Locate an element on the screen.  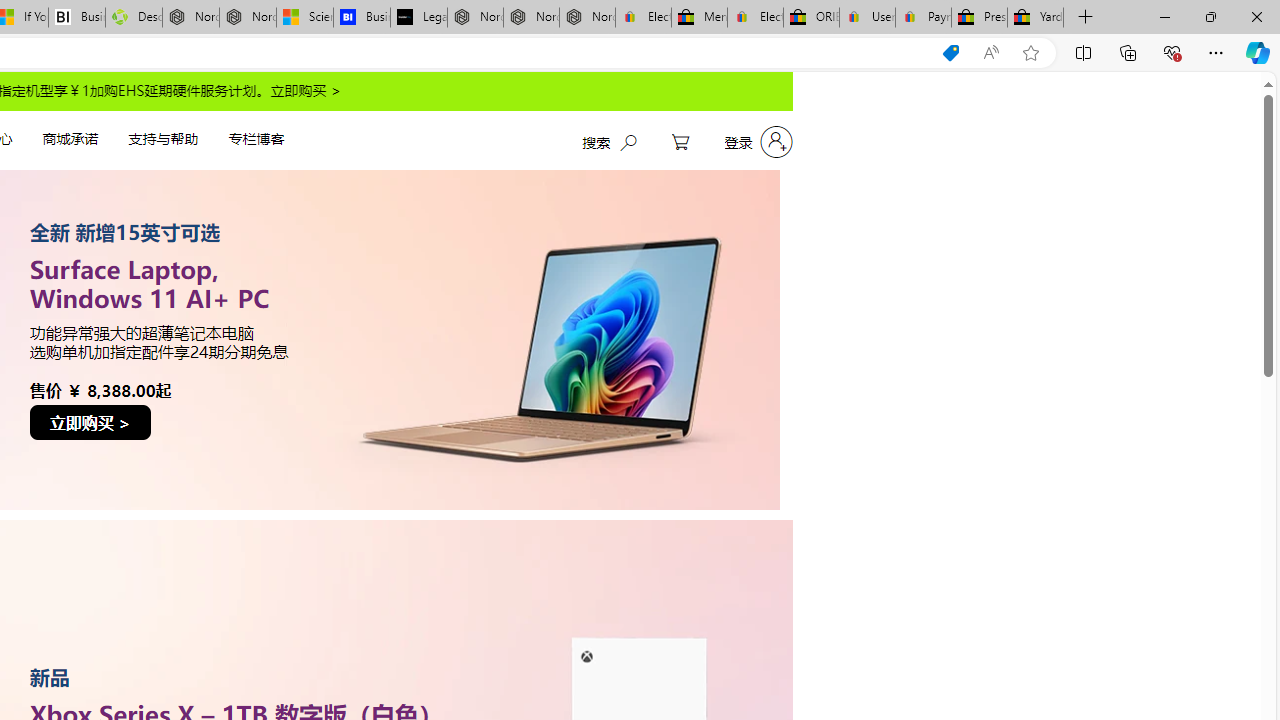
'Yard, Garden & Outdoor Living' is located at coordinates (1035, 17).